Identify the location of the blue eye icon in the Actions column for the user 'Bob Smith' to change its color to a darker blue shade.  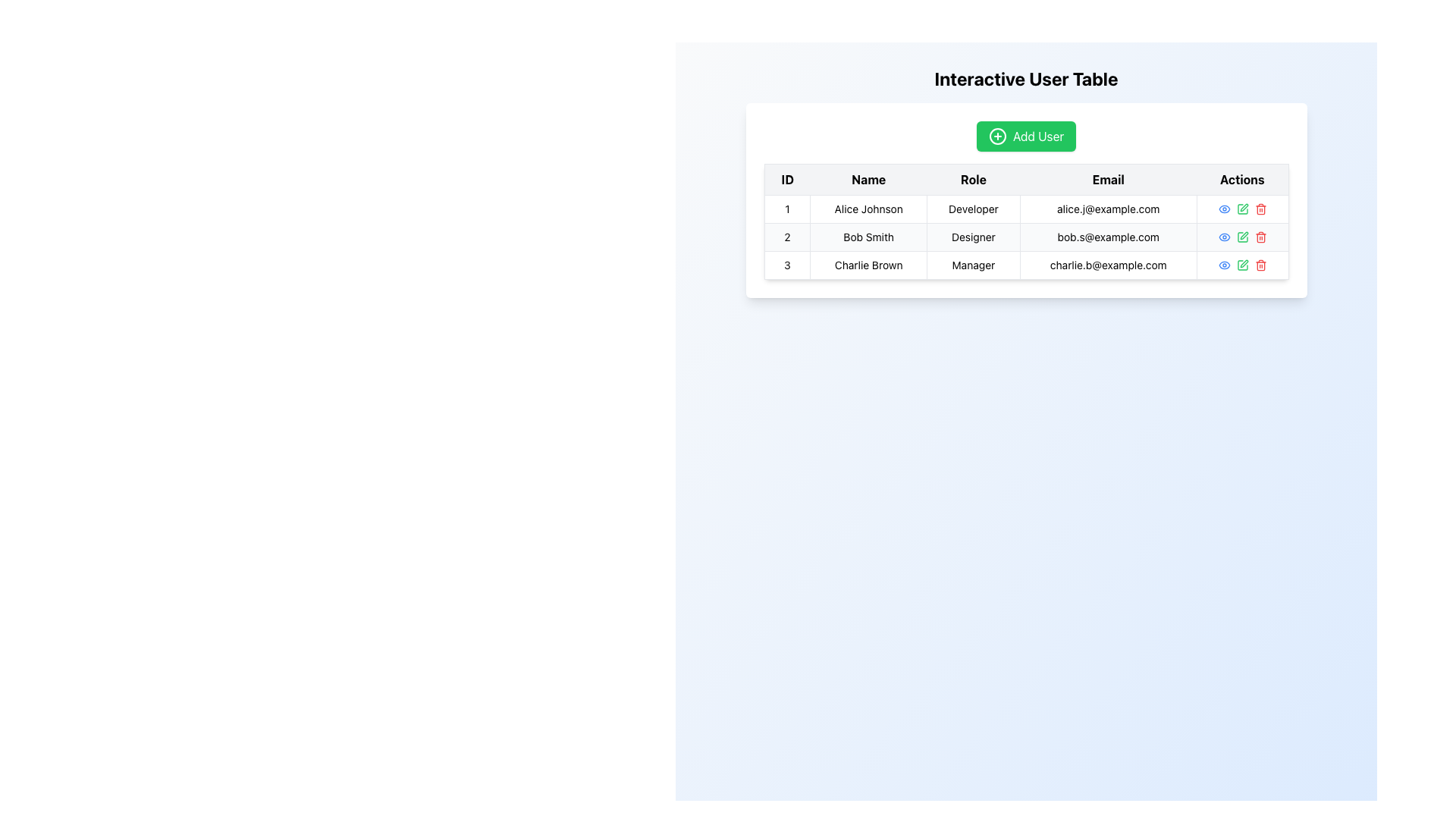
(1224, 237).